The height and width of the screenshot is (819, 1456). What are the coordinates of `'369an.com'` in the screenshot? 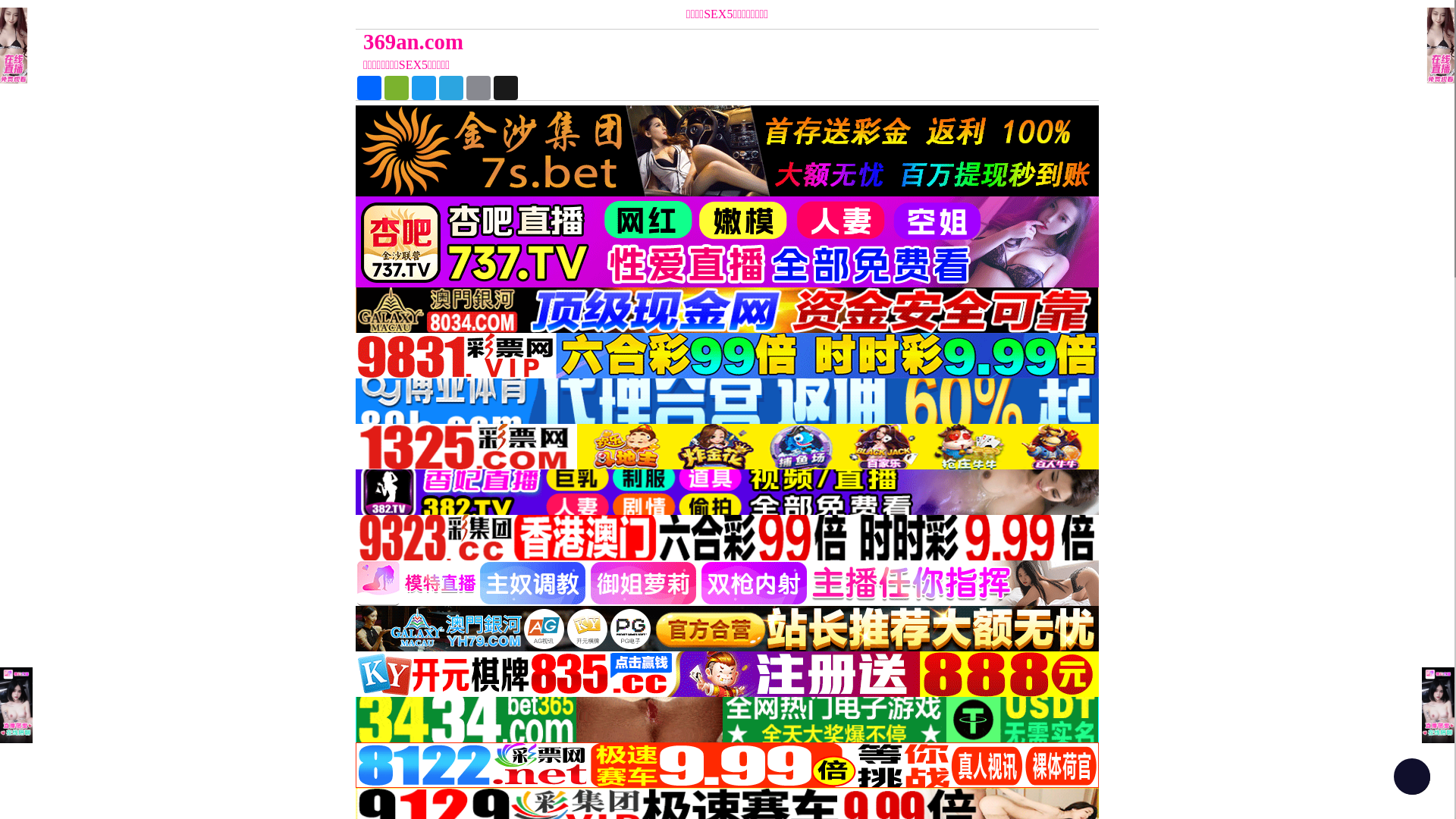 It's located at (634, 41).